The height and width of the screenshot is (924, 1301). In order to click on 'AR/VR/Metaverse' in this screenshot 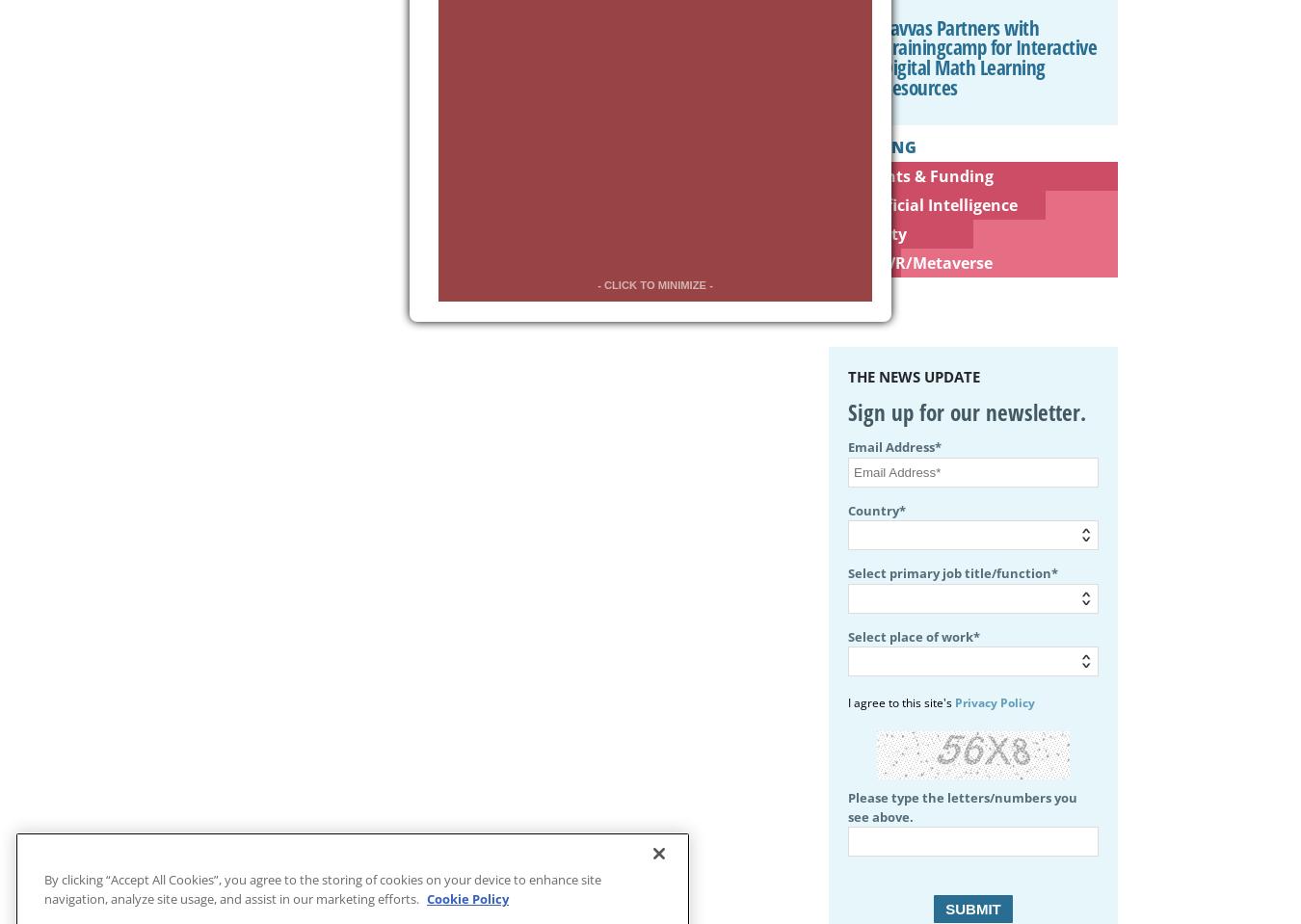, I will do `click(923, 261)`.